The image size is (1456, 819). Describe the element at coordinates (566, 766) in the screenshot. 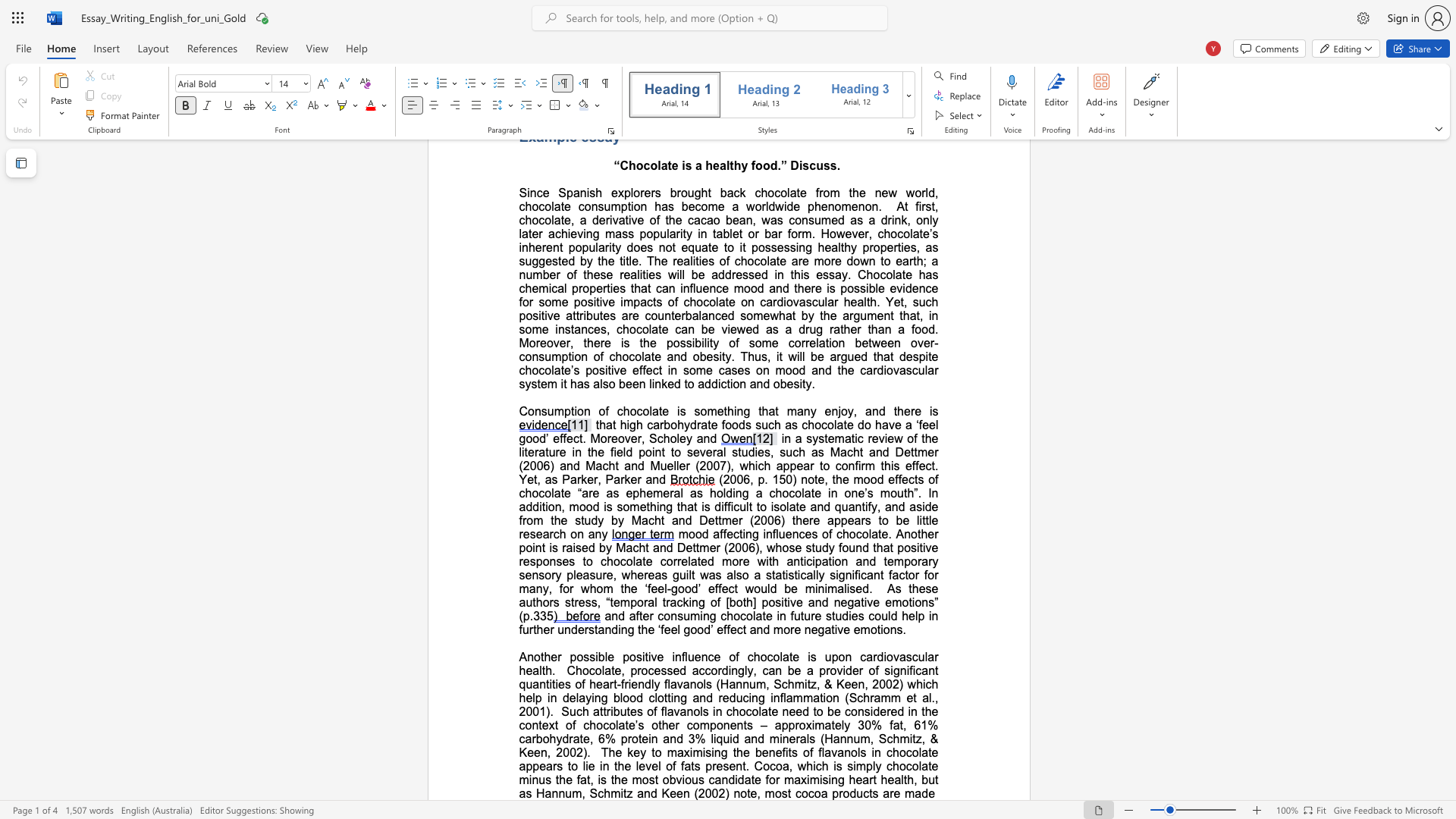

I see `the subset text "to lie in the level of fats present. Cocoa, which is simply chocolate minus the fat, is the most obvious candidate for maximising heart health, but as Hannum, Schmitz and Keen (2002) note, most cocoa products a" within the text "The key to maximising the benefits of flavanols in chocolate appears to lie in the level of fats present. Cocoa, which is simply chocolate minus the fat, is the most obvious candidate for maximising heart health, but as Hannum, Schmitz and Keen (2002) note, most cocoa products are made"` at that location.